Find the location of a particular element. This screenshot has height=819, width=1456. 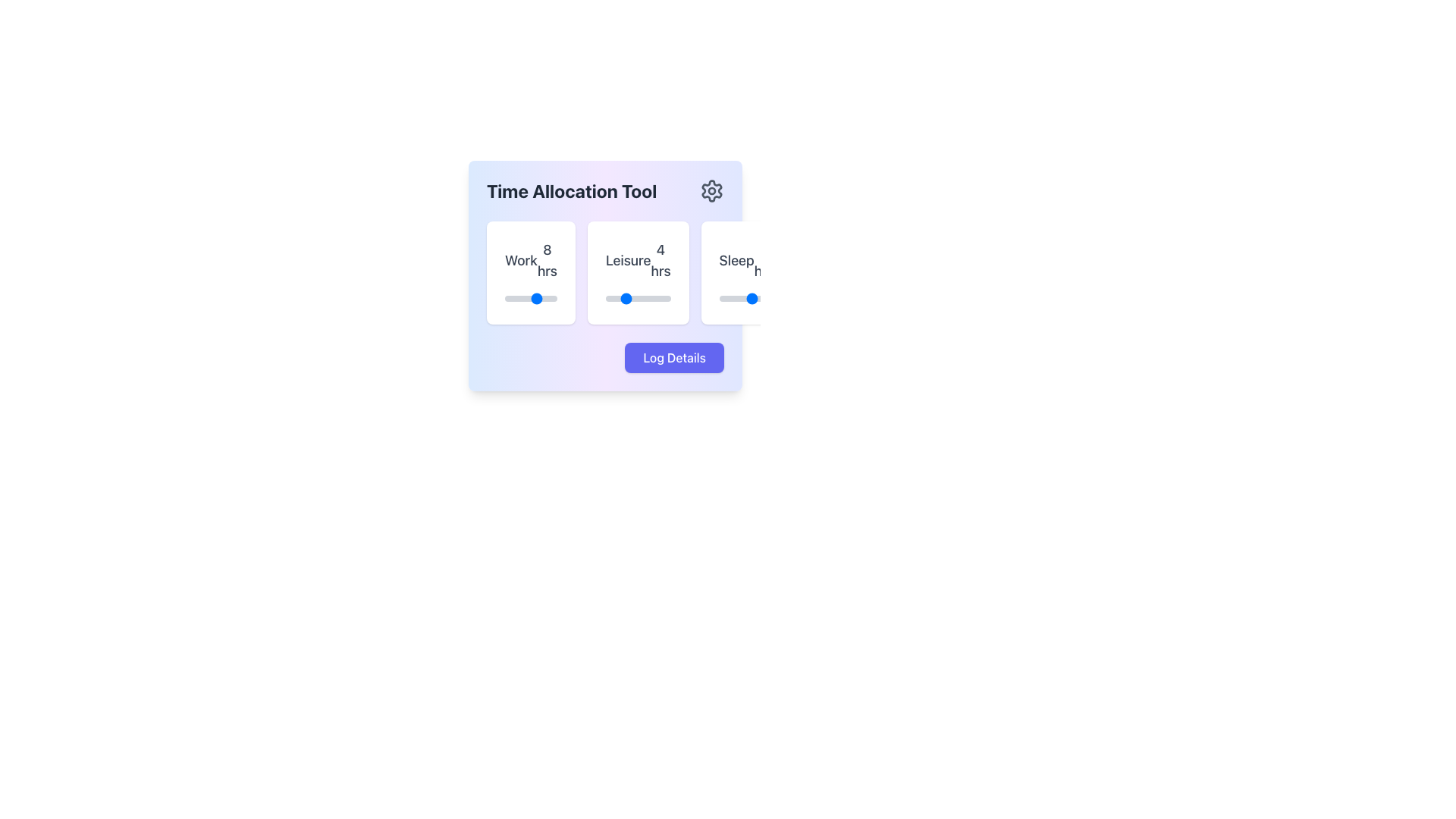

the leisure time slider is located at coordinates (629, 298).